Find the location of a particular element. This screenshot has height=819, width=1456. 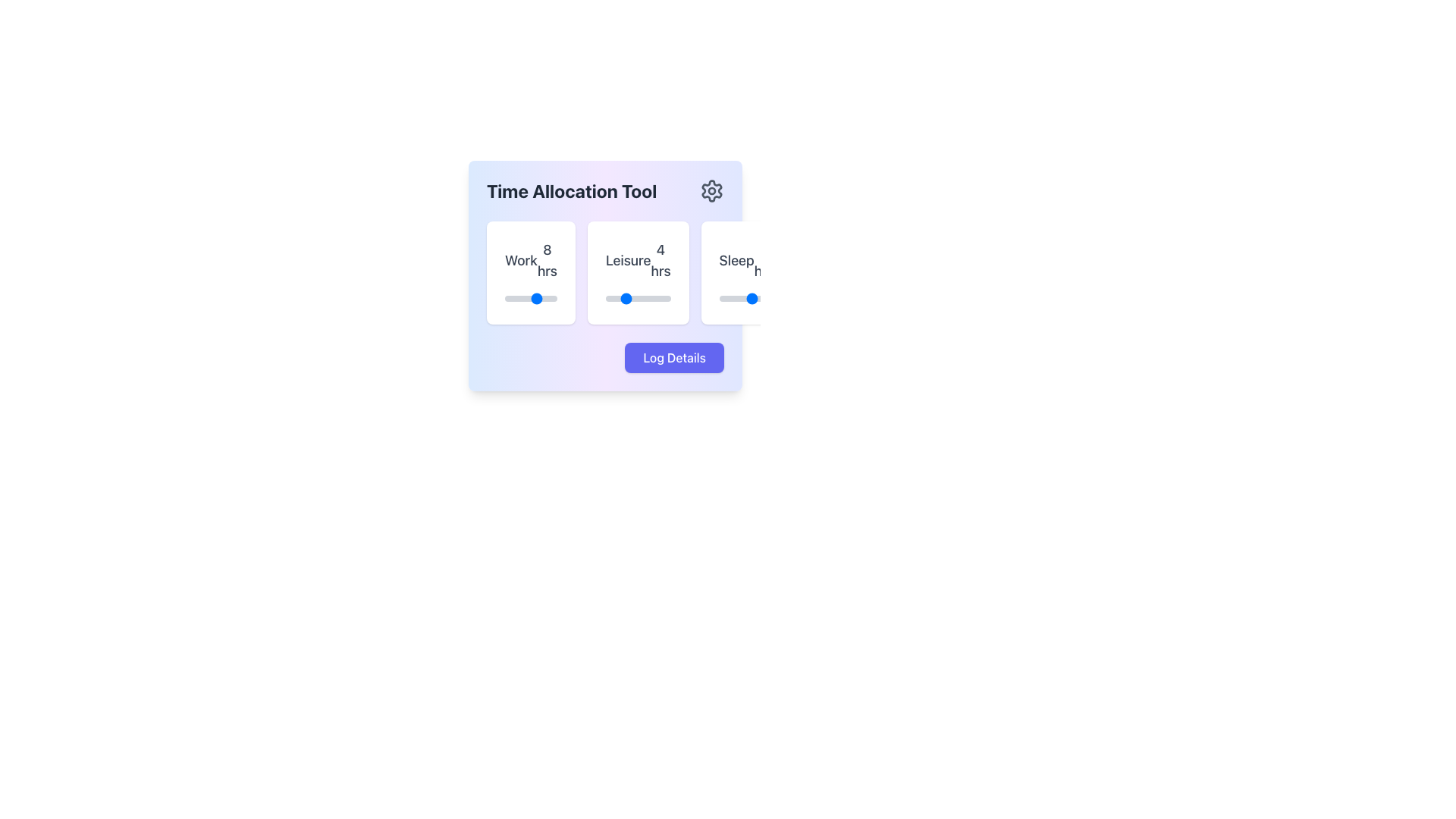

the leisure time slider is located at coordinates (629, 298).